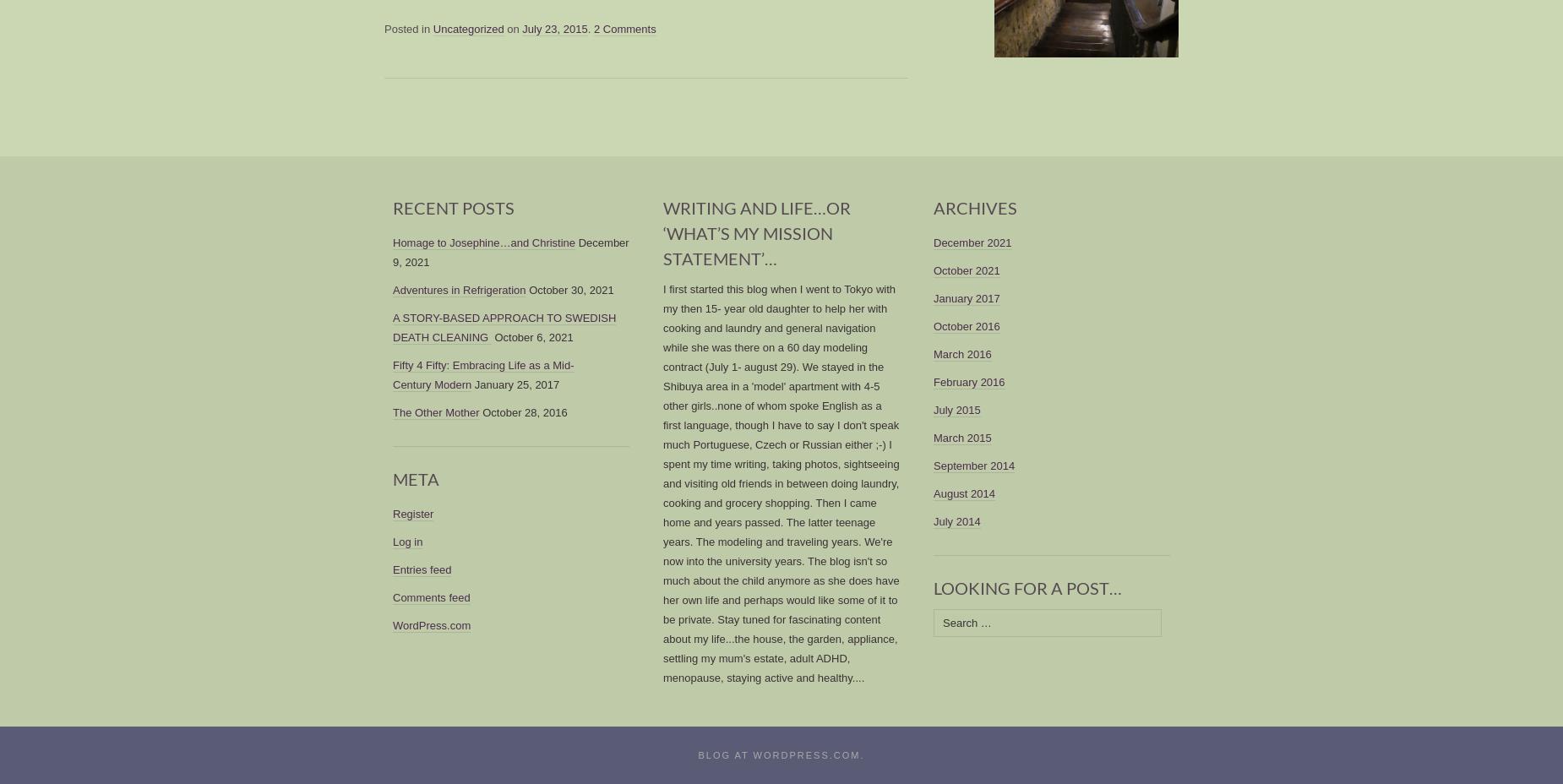  What do you see at coordinates (972, 465) in the screenshot?
I see `'September 2014'` at bounding box center [972, 465].